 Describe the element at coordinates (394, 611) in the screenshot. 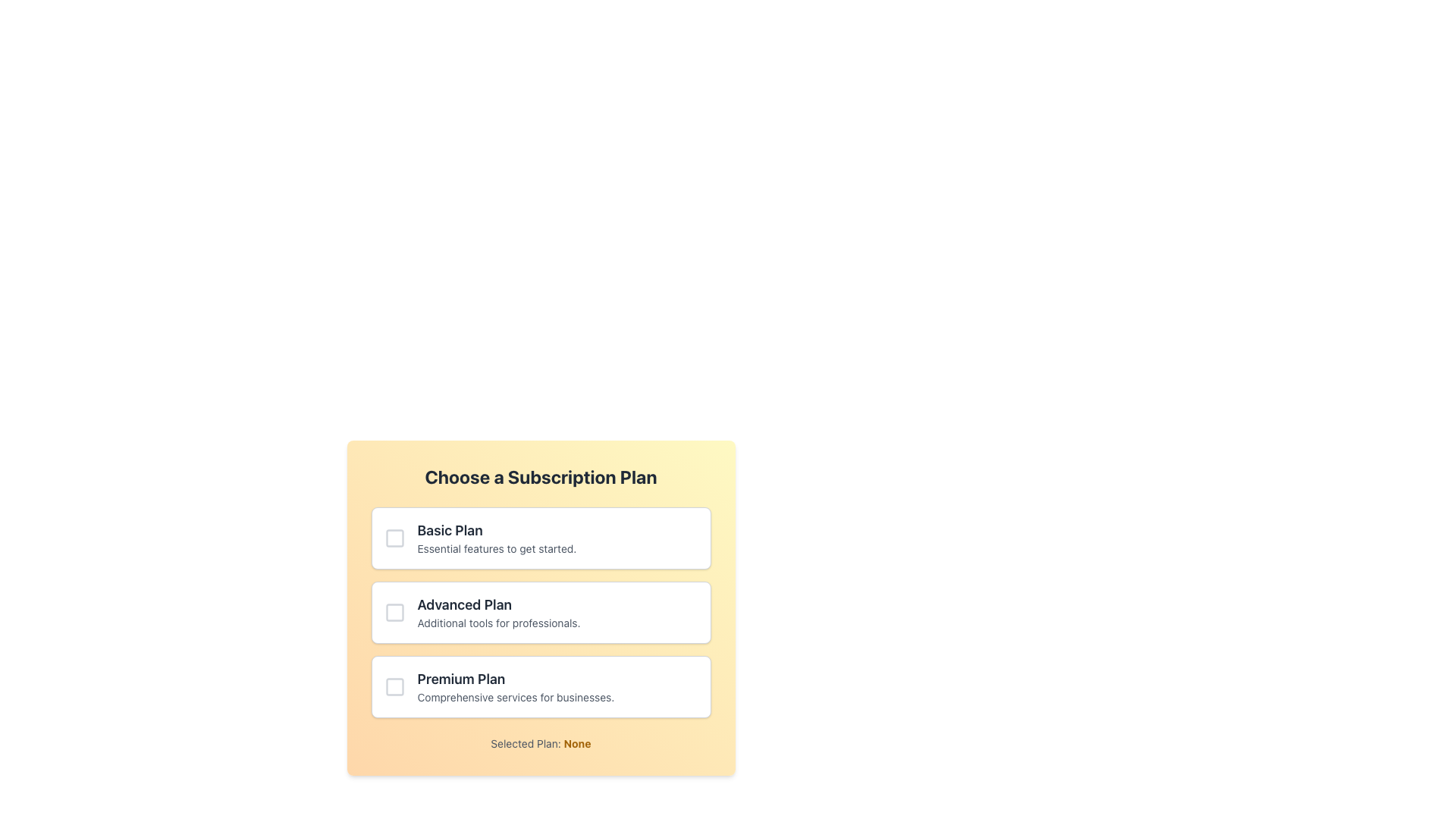

I see `the checkbox icon for the 'Advanced Plan' subscription option` at that location.